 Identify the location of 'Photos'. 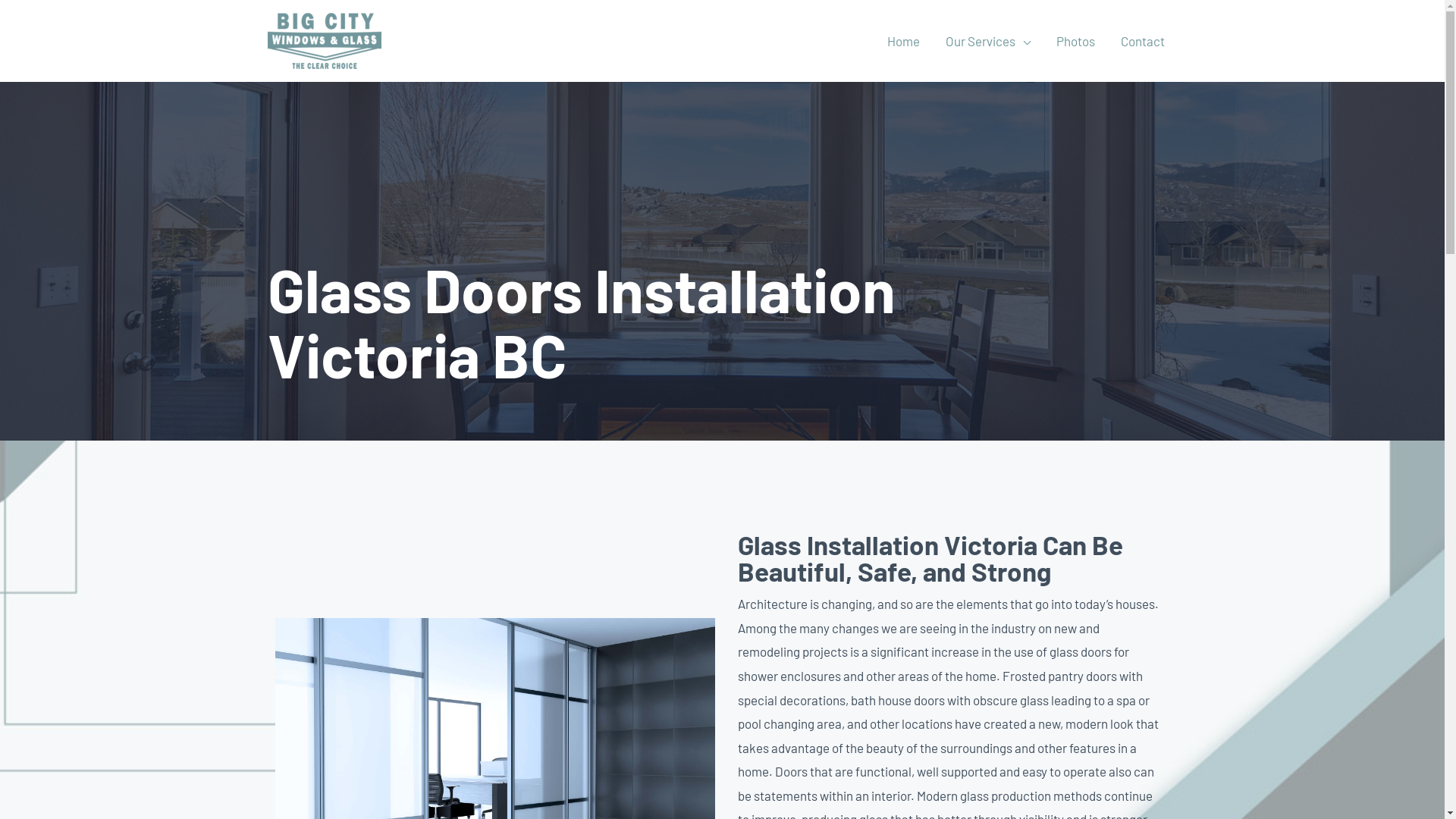
(1075, 40).